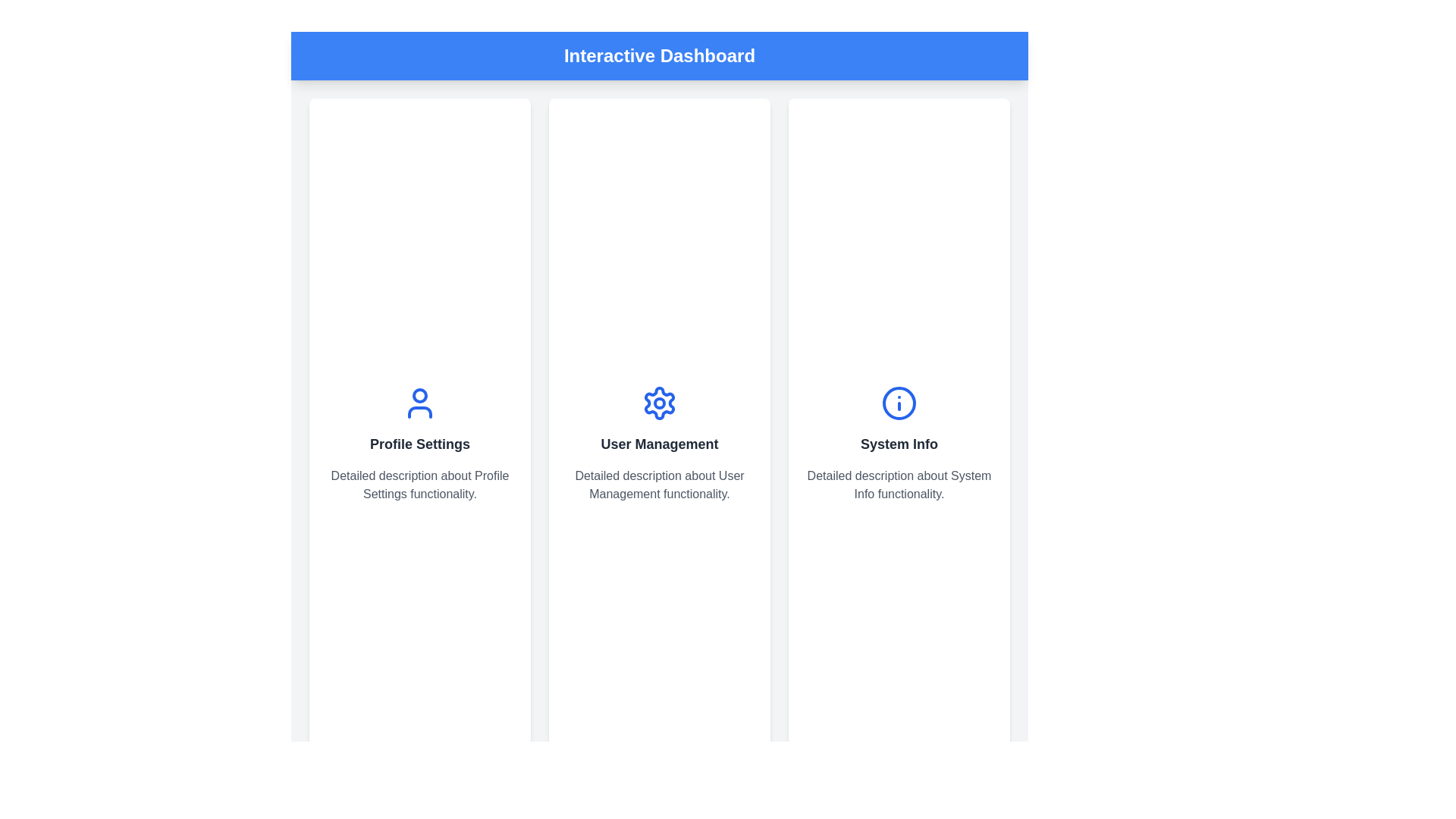 This screenshot has width=1456, height=819. What do you see at coordinates (659, 403) in the screenshot?
I see `the gear-shaped icon located above the text 'User Management' in the middle panel of the user management section` at bounding box center [659, 403].